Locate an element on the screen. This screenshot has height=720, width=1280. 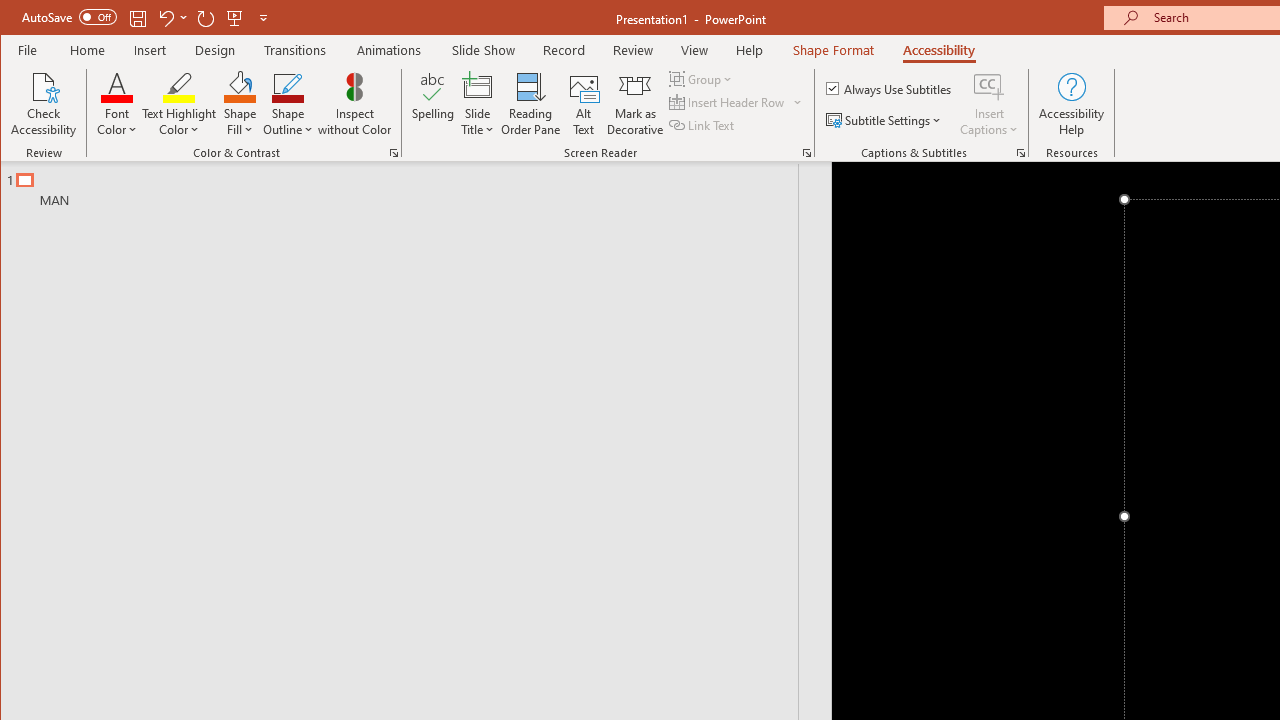
'Shape Format' is located at coordinates (833, 49).